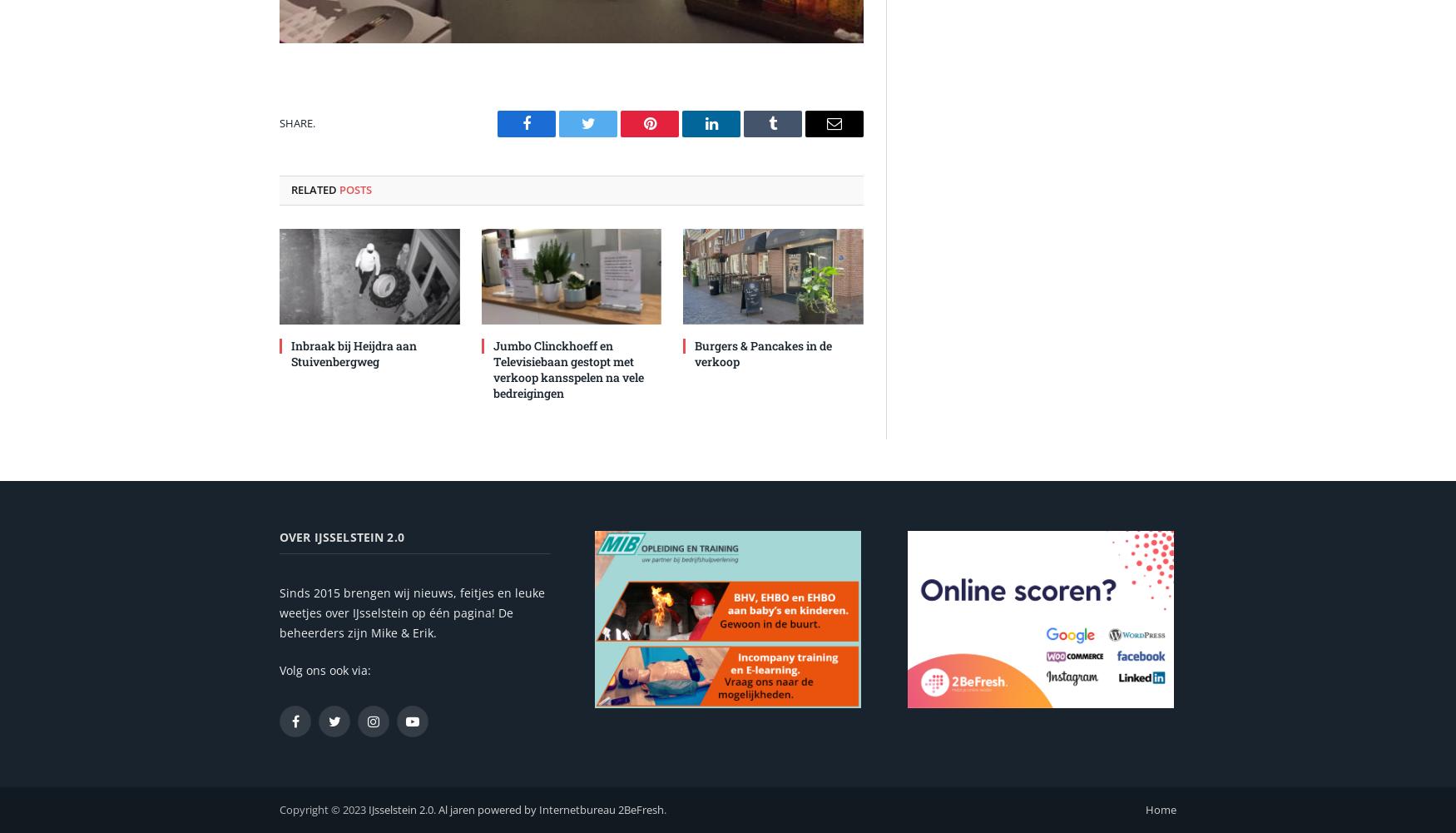 This screenshot has width=1456, height=833. What do you see at coordinates (567, 369) in the screenshot?
I see `'Jumbo Clinckhoeff en Televisiebaan gestopt met verkoop kansspelen na vele bedreigingen'` at bounding box center [567, 369].